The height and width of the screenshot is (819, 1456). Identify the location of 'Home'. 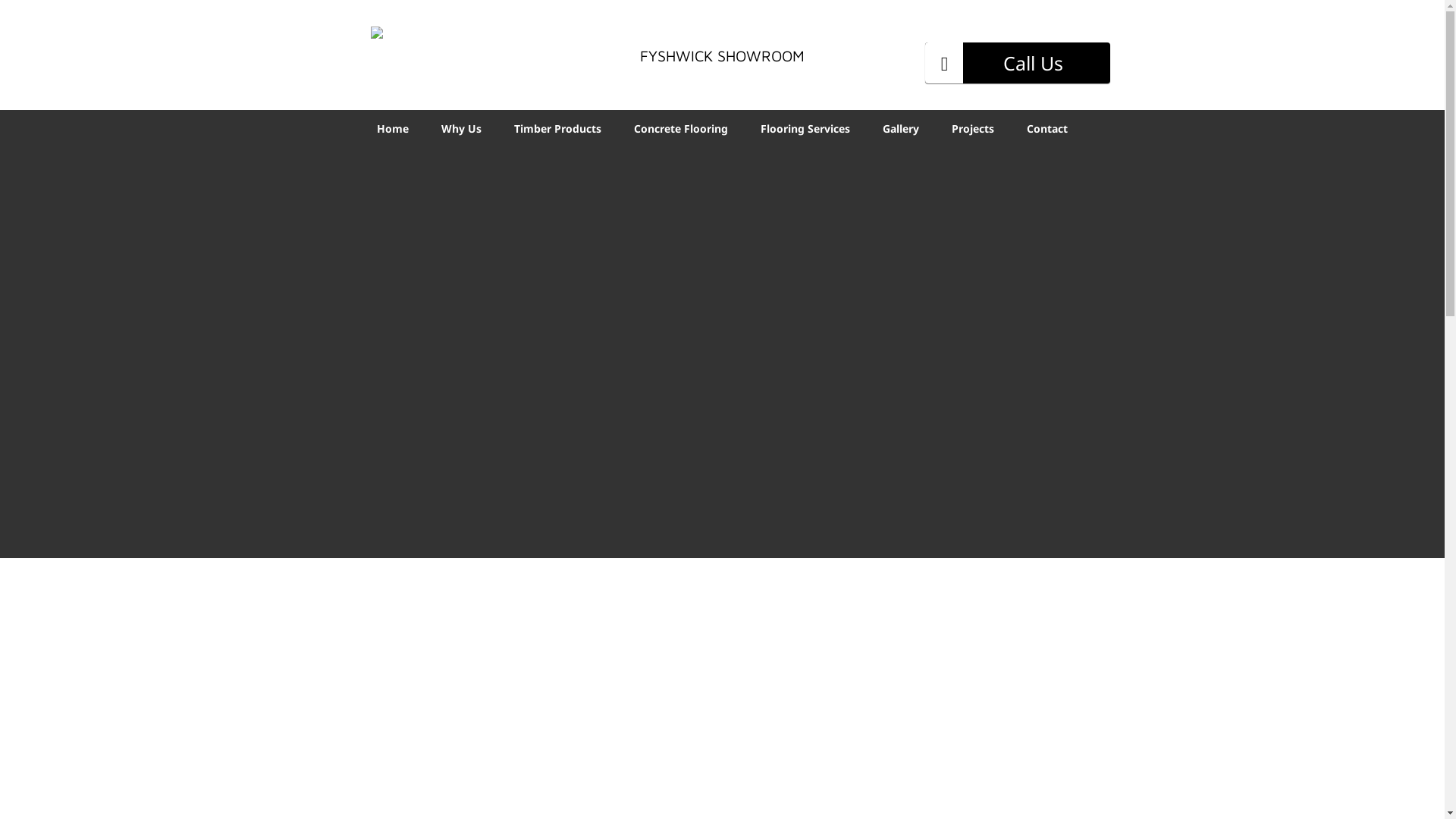
(393, 127).